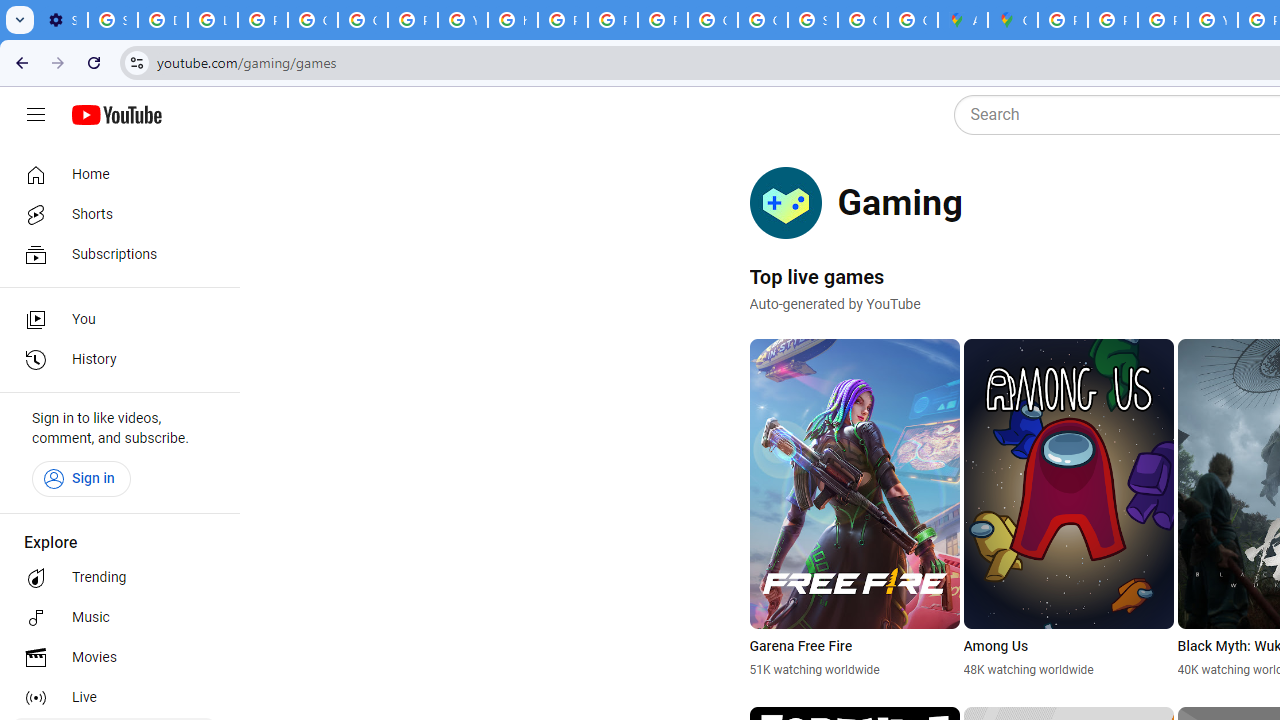  I want to click on 'YouTube', so click(1211, 20).